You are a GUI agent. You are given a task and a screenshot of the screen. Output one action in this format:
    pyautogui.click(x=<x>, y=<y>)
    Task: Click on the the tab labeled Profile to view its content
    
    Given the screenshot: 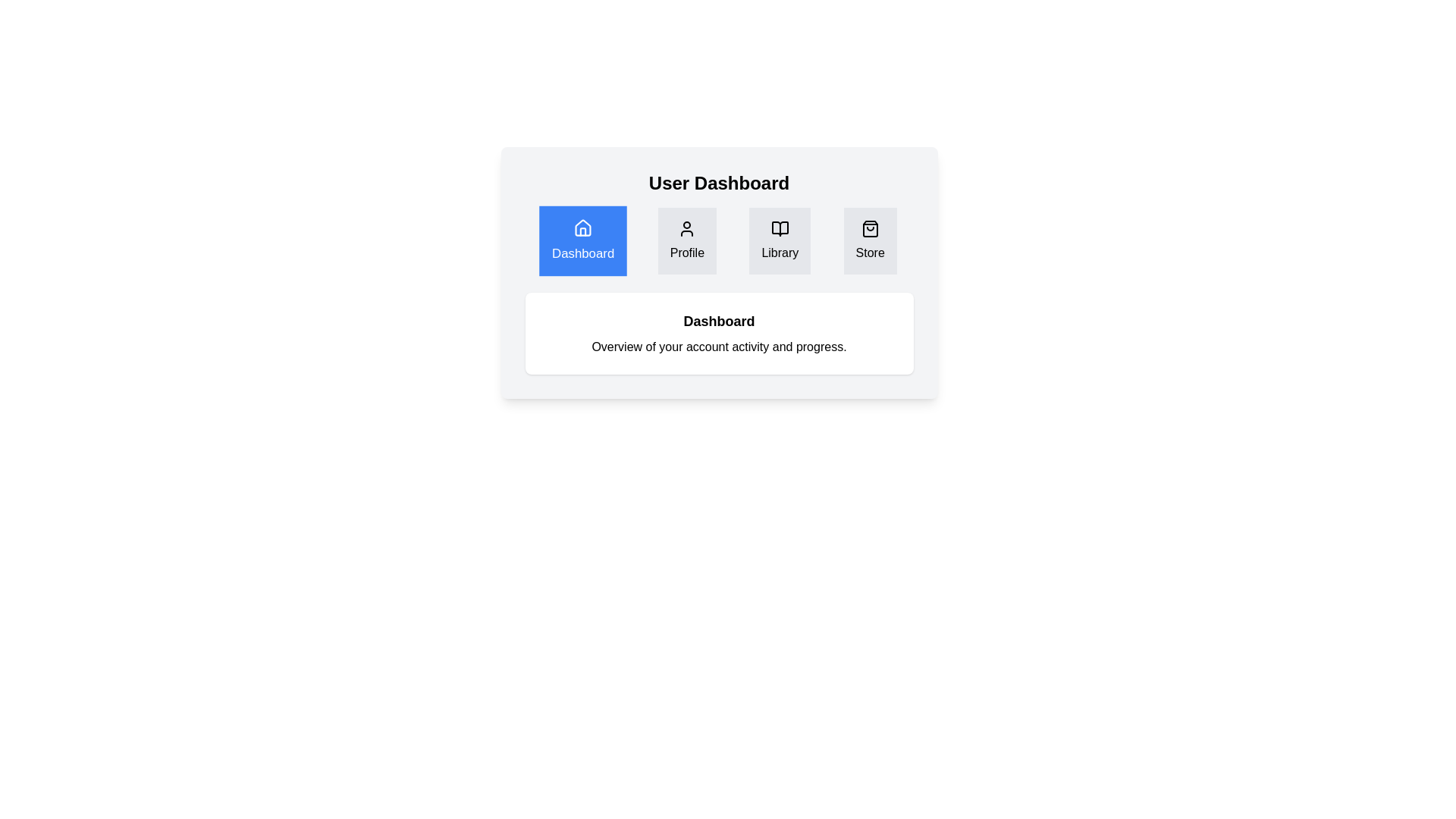 What is the action you would take?
    pyautogui.click(x=686, y=240)
    